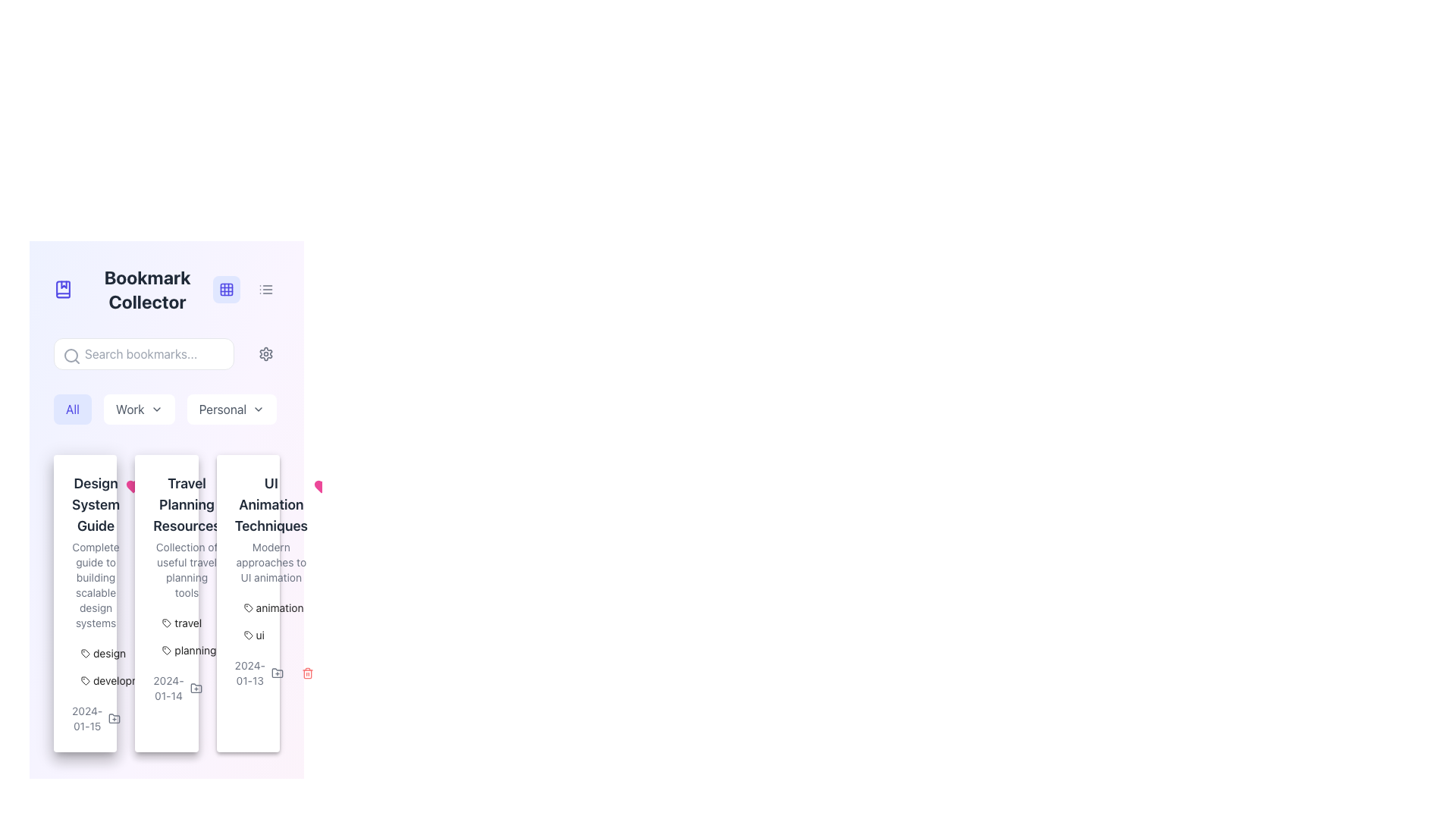 Image resolution: width=1456 pixels, height=819 pixels. What do you see at coordinates (167, 649) in the screenshot?
I see `the tag label icon representing a category within the 'Travel Planning Resources' card` at bounding box center [167, 649].